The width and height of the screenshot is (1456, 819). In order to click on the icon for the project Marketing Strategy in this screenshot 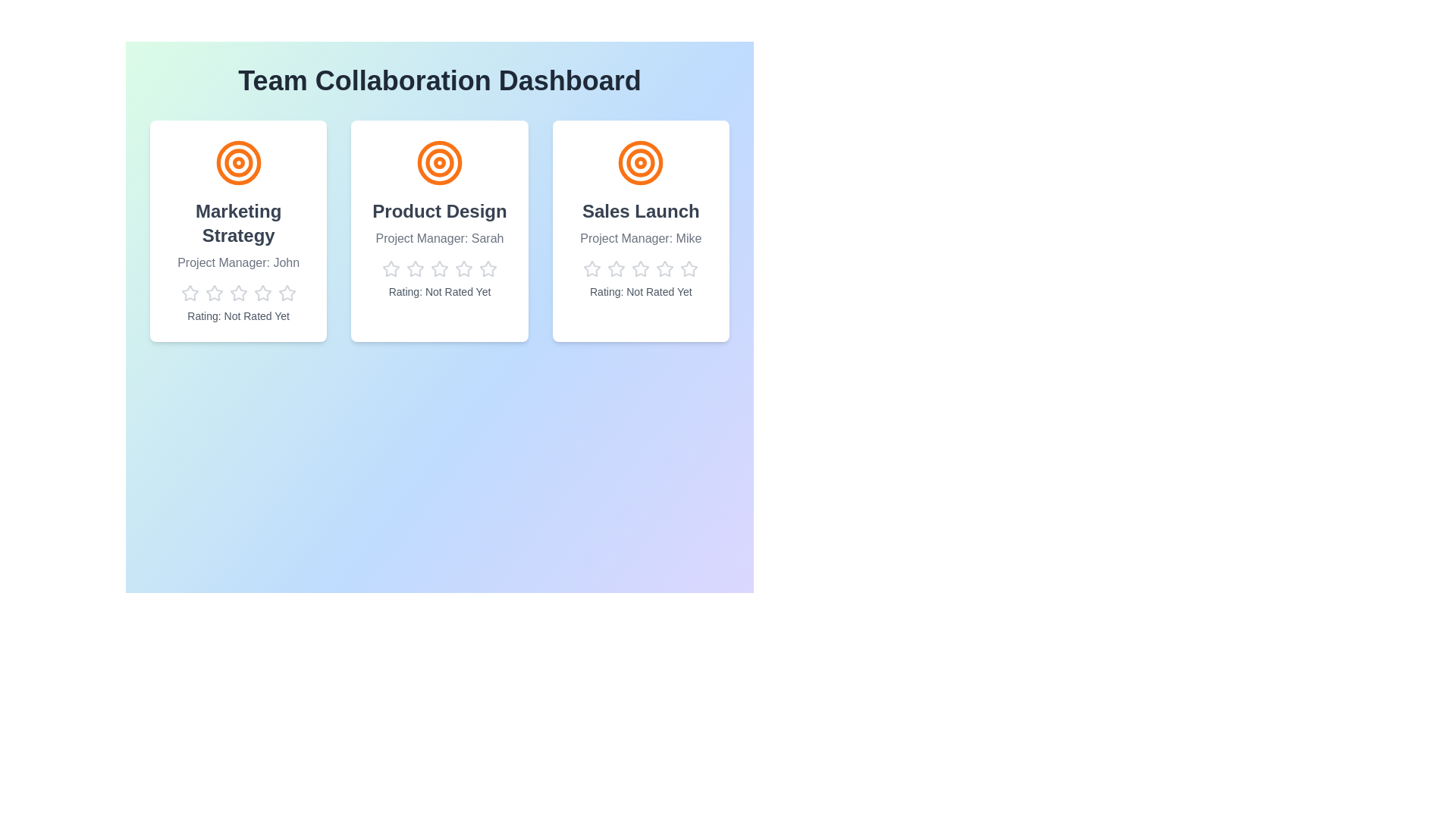, I will do `click(237, 163)`.